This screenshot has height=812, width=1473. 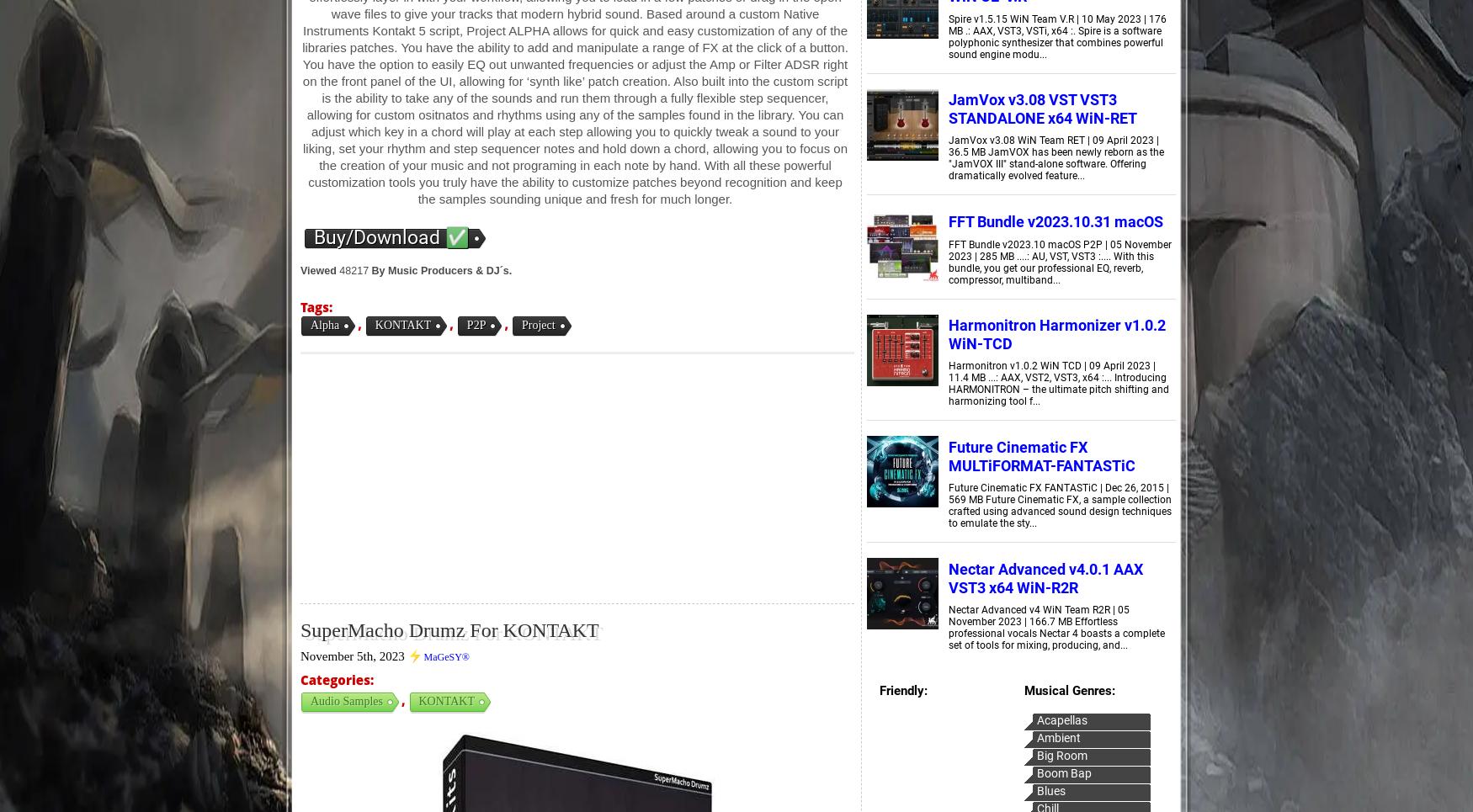 I want to click on 'Categories:', so click(x=336, y=679).